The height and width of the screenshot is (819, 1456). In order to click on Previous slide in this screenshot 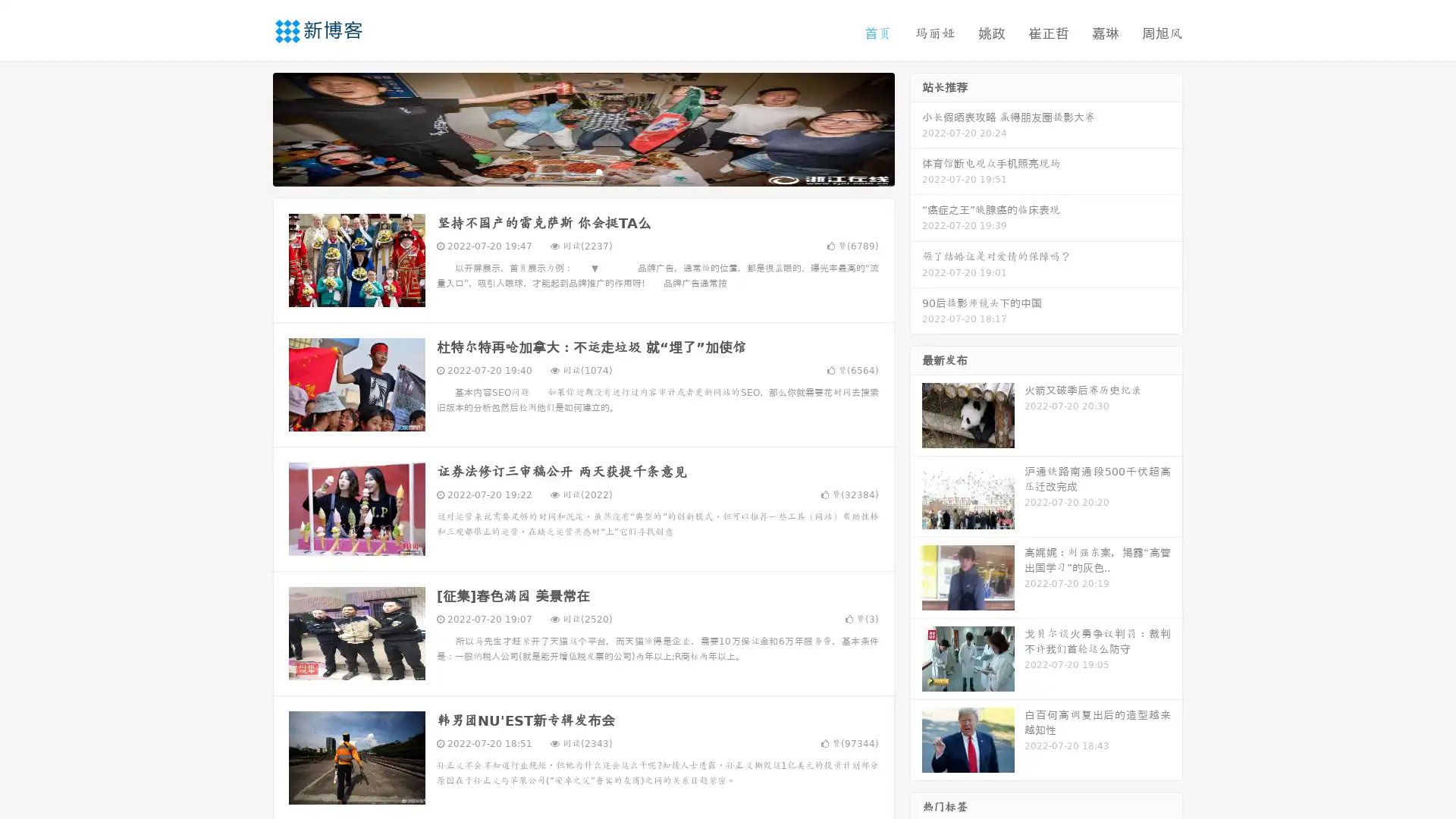, I will do `click(250, 127)`.